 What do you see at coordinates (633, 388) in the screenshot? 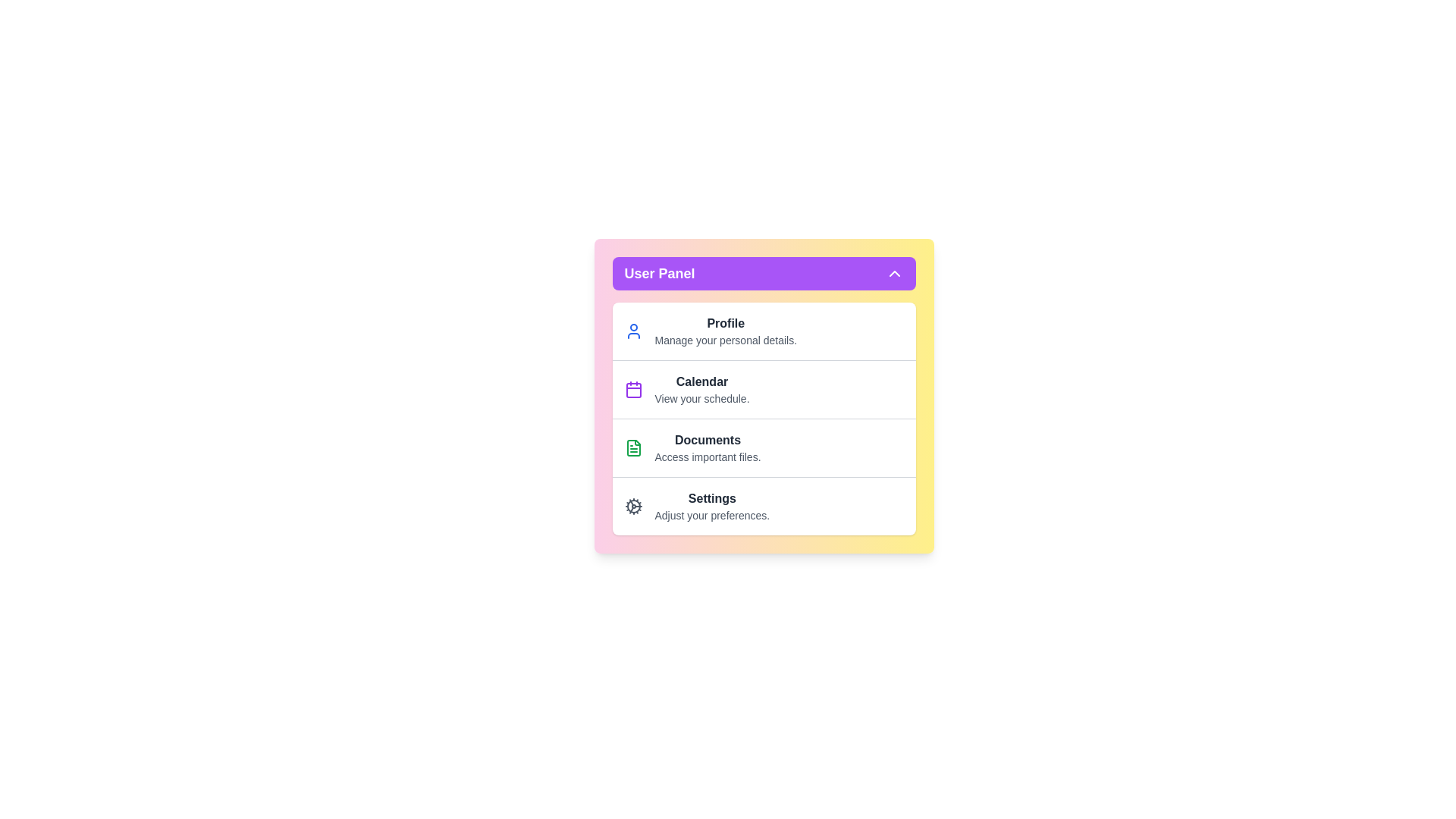
I see `the calendar icon located in the 'Calendar' section` at bounding box center [633, 388].